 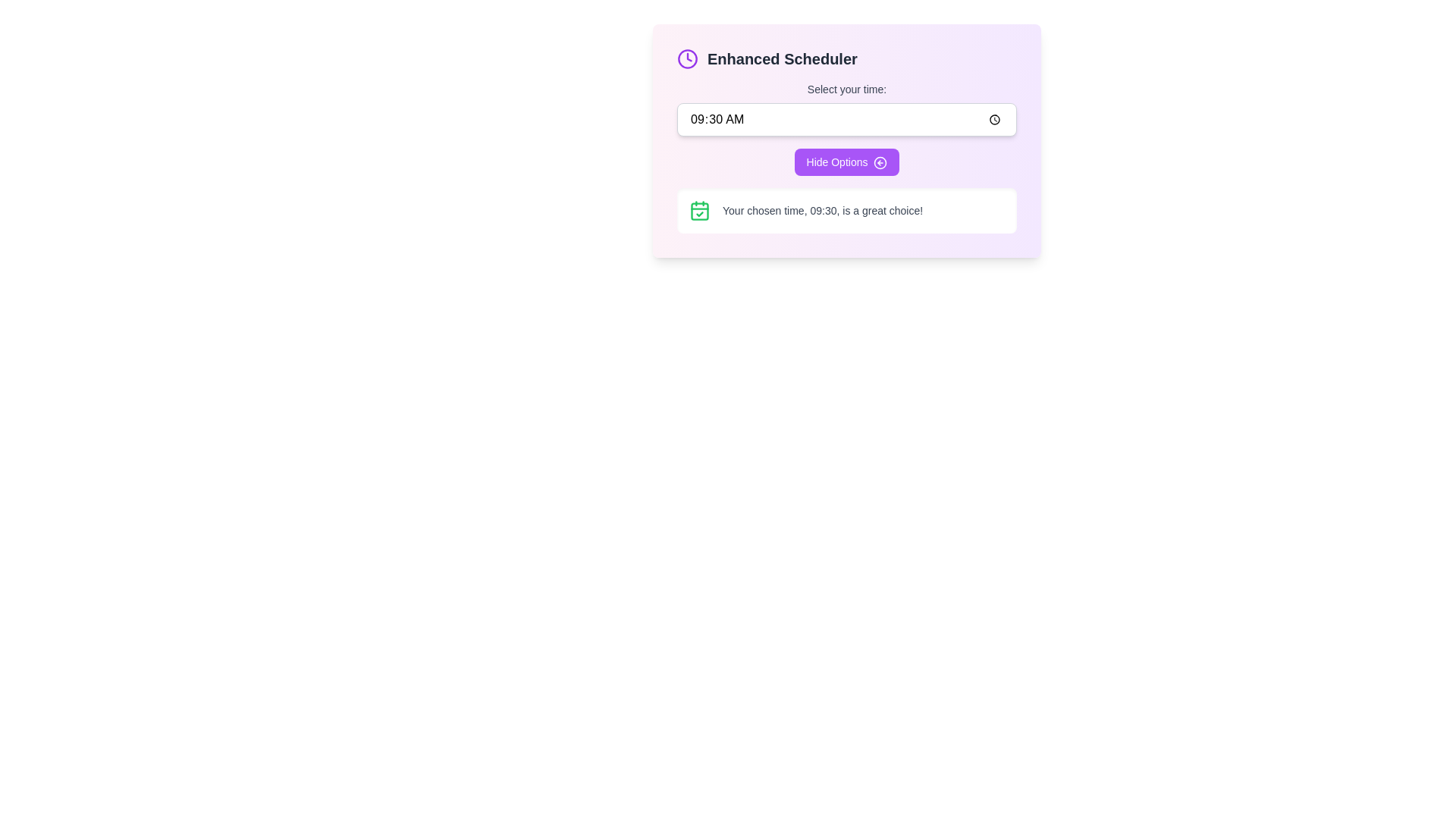 What do you see at coordinates (687, 58) in the screenshot?
I see `the clock icon located to the left of the 'Enhanced Scheduler' text at the top of the purple box, which serves as a visual cue for time-related functionalities` at bounding box center [687, 58].